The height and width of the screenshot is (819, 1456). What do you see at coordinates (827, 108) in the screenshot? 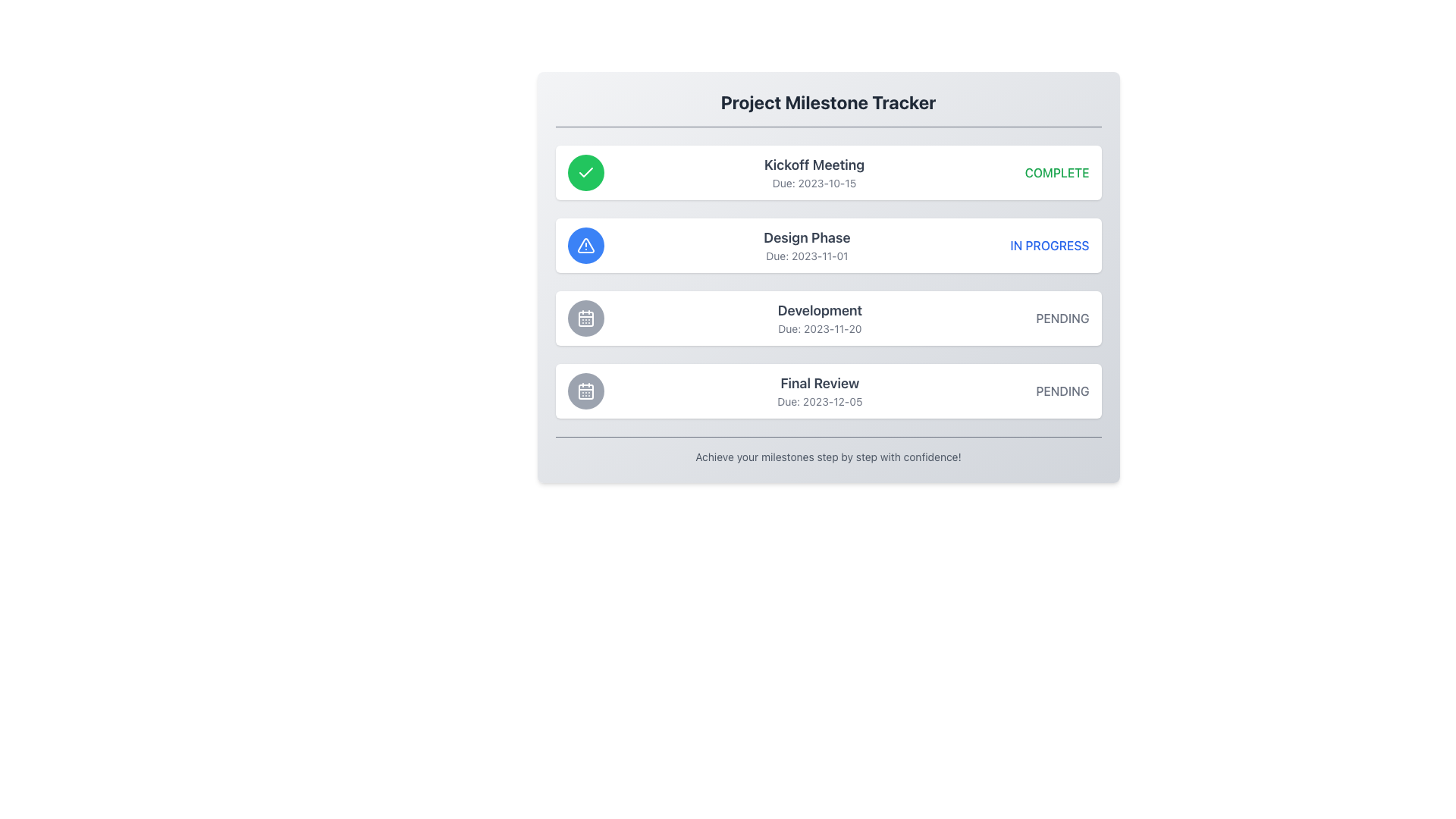
I see `the text label that serves as the title or header for the project-tracking module, which is positioned at the top and horizontally centered above the listed items` at bounding box center [827, 108].